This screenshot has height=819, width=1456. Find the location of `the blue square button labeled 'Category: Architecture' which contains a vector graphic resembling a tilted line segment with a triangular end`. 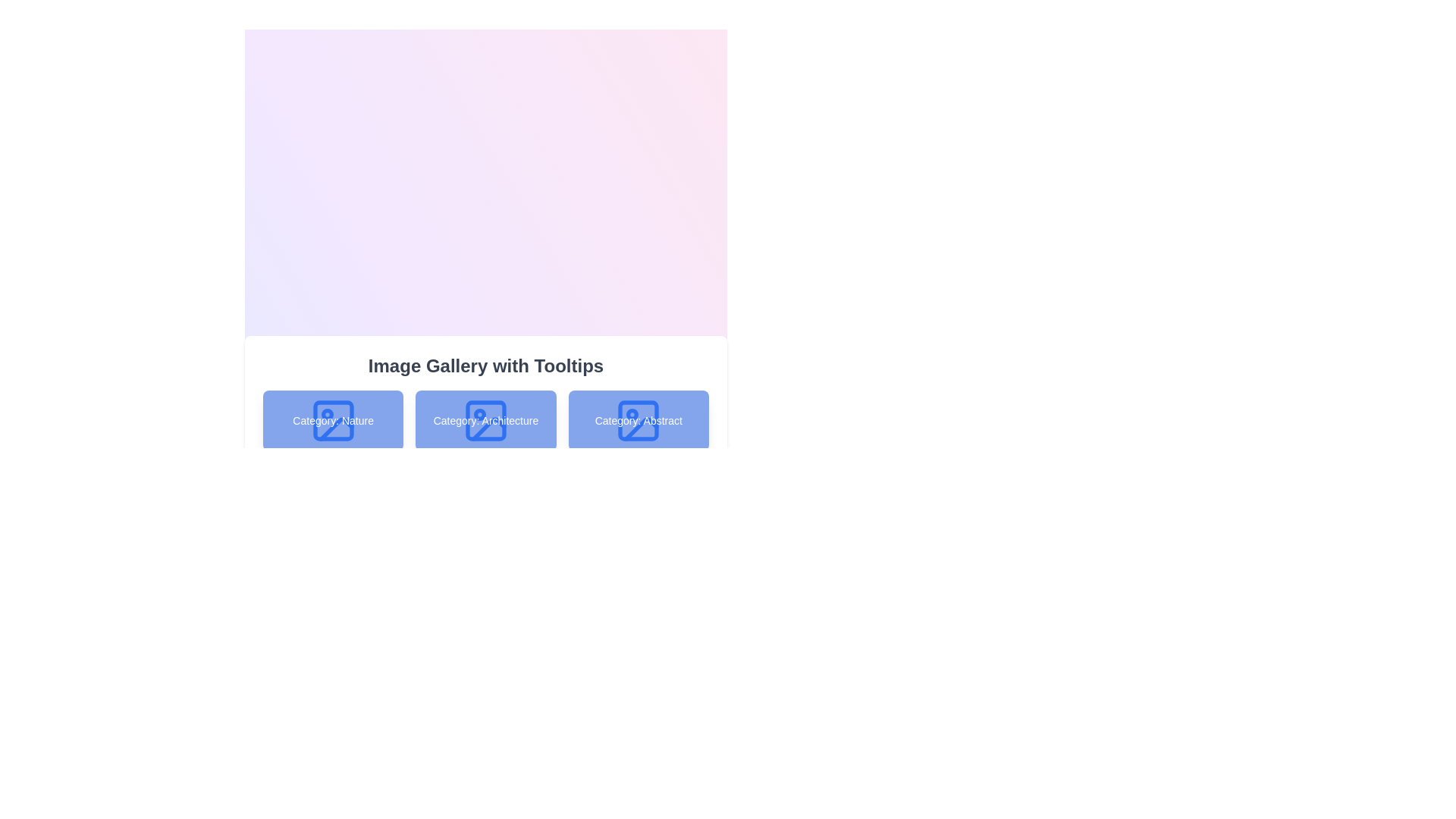

the blue square button labeled 'Category: Architecture' which contains a vector graphic resembling a tilted line segment with a triangular end is located at coordinates (488, 429).